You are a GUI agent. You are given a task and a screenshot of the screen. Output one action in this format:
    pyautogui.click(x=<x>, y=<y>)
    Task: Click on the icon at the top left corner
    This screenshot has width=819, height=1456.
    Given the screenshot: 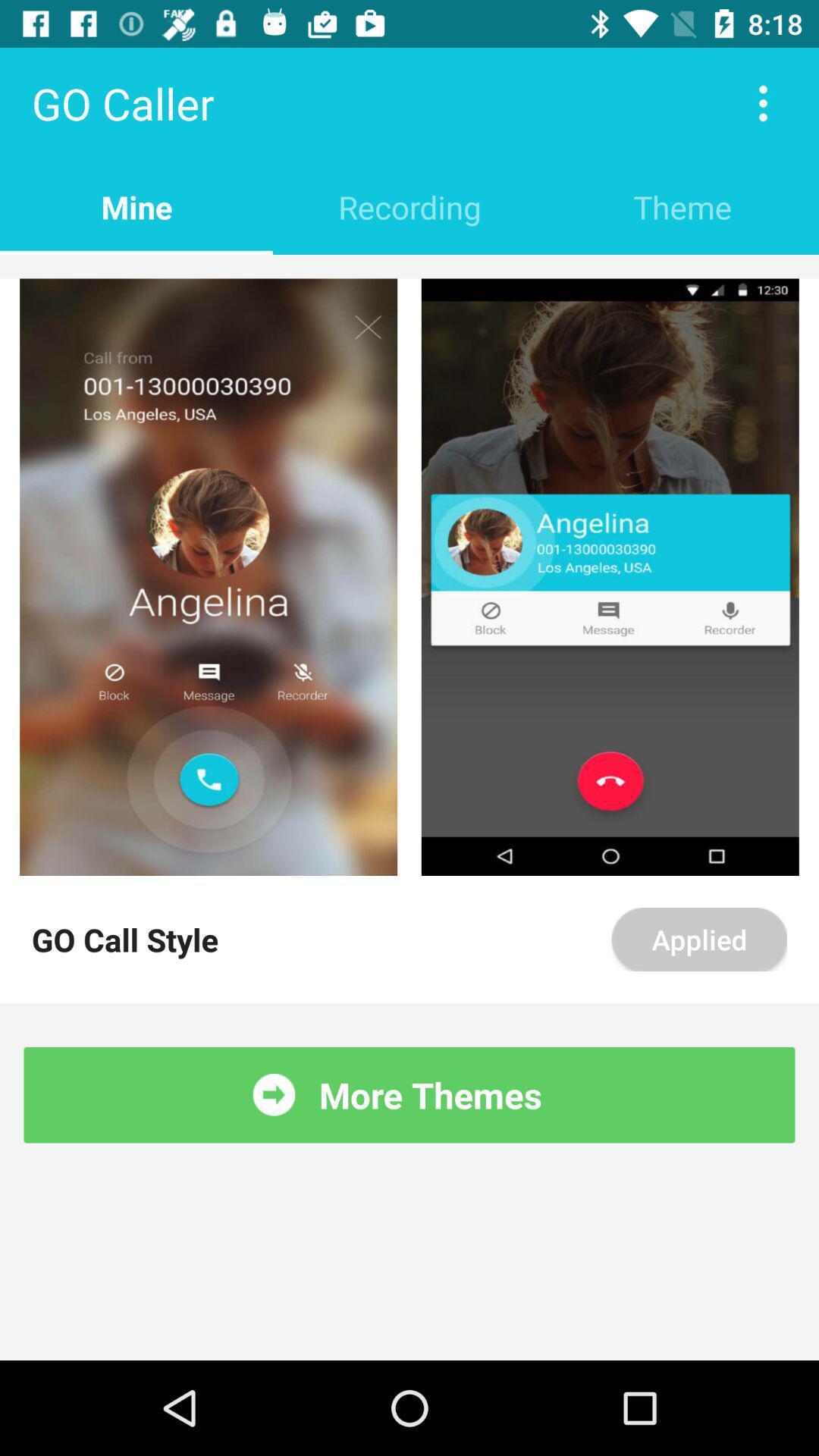 What is the action you would take?
    pyautogui.click(x=136, y=206)
    